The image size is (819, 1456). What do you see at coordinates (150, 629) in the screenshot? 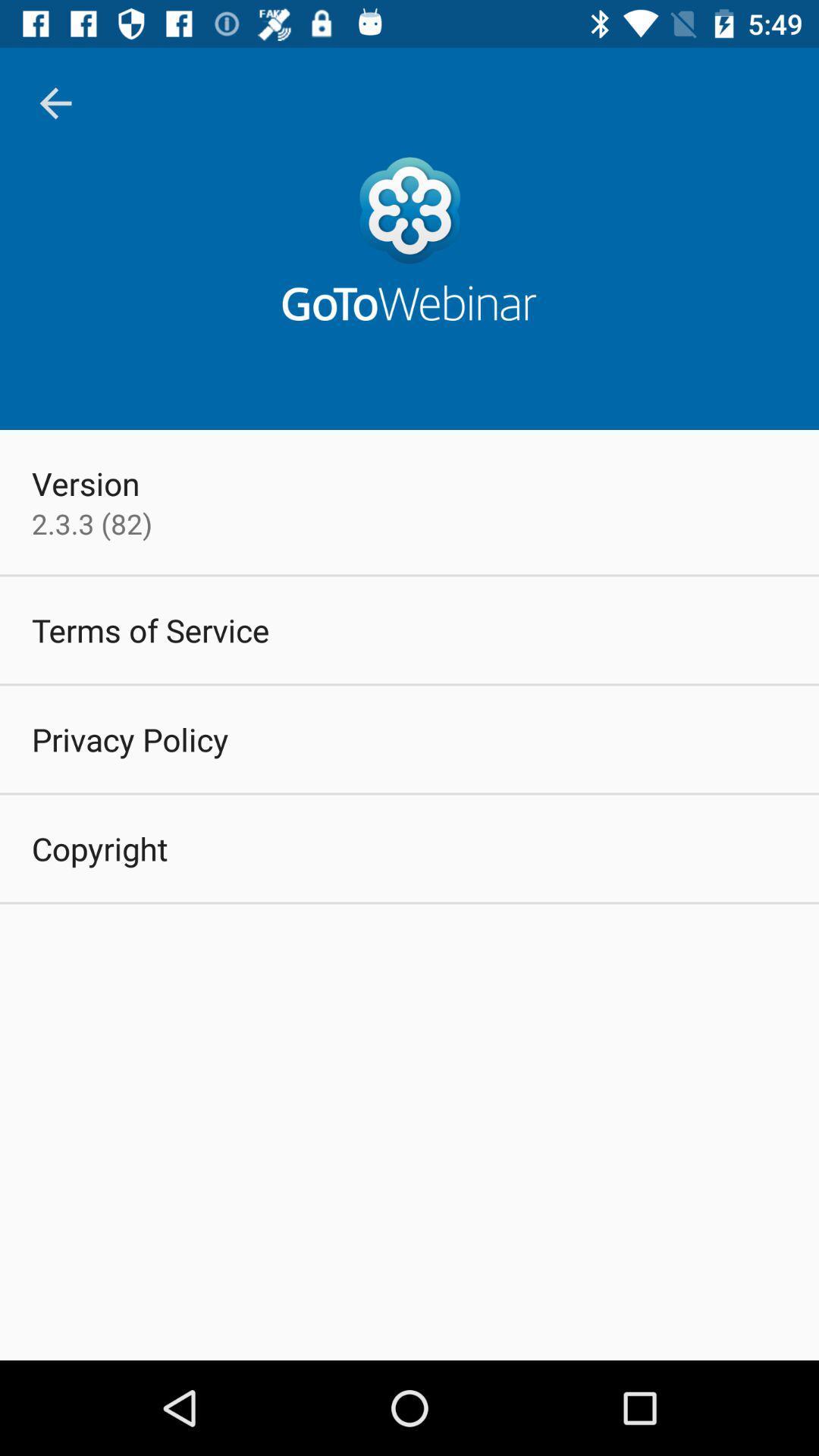
I see `the item below 2 3 3 item` at bounding box center [150, 629].